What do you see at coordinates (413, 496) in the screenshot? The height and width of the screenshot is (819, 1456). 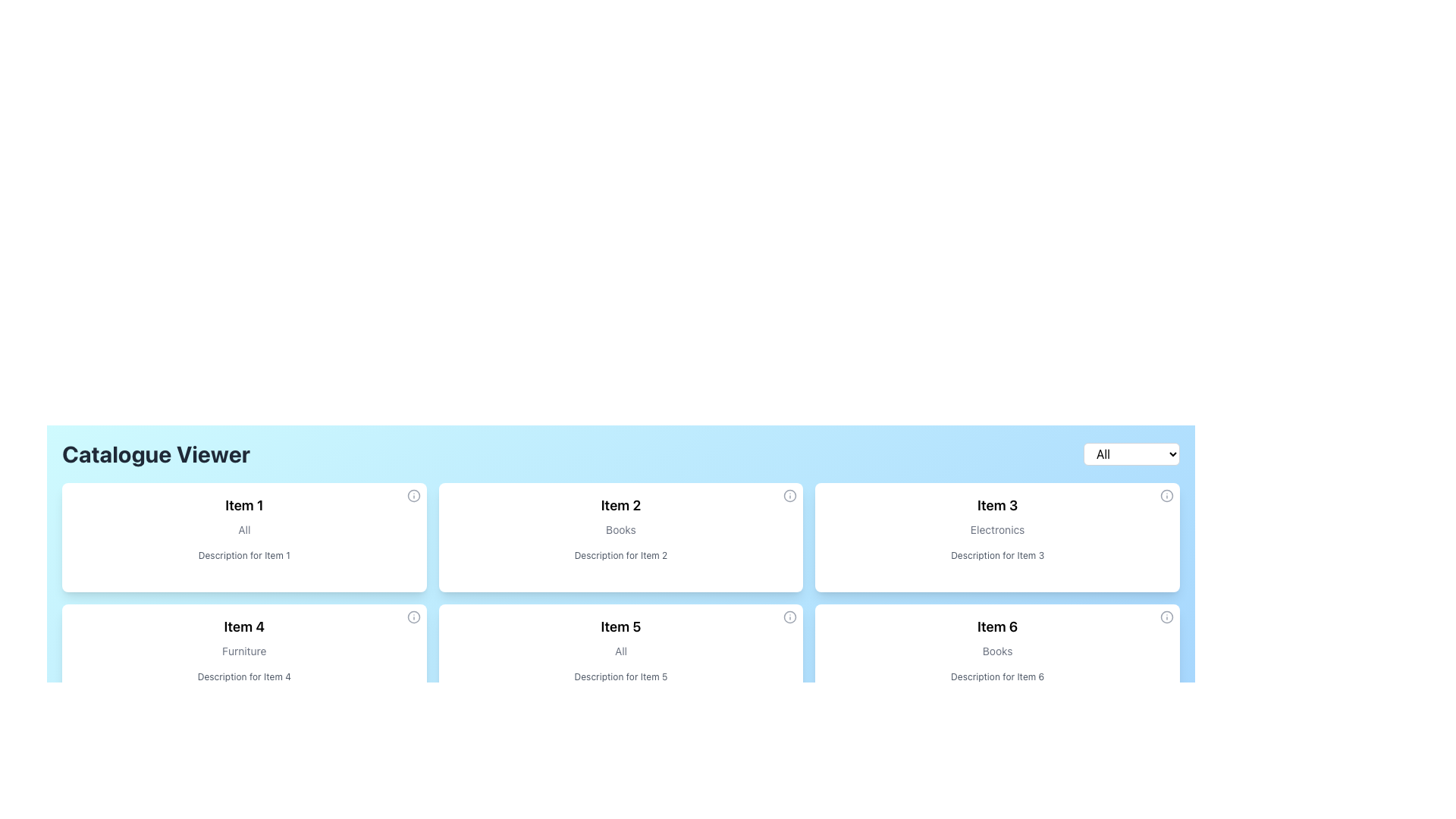 I see `the circular icon button styled as an 'i' information symbol located in the top-right corner of the 'Item 1' card to trigger the color change effect` at bounding box center [413, 496].